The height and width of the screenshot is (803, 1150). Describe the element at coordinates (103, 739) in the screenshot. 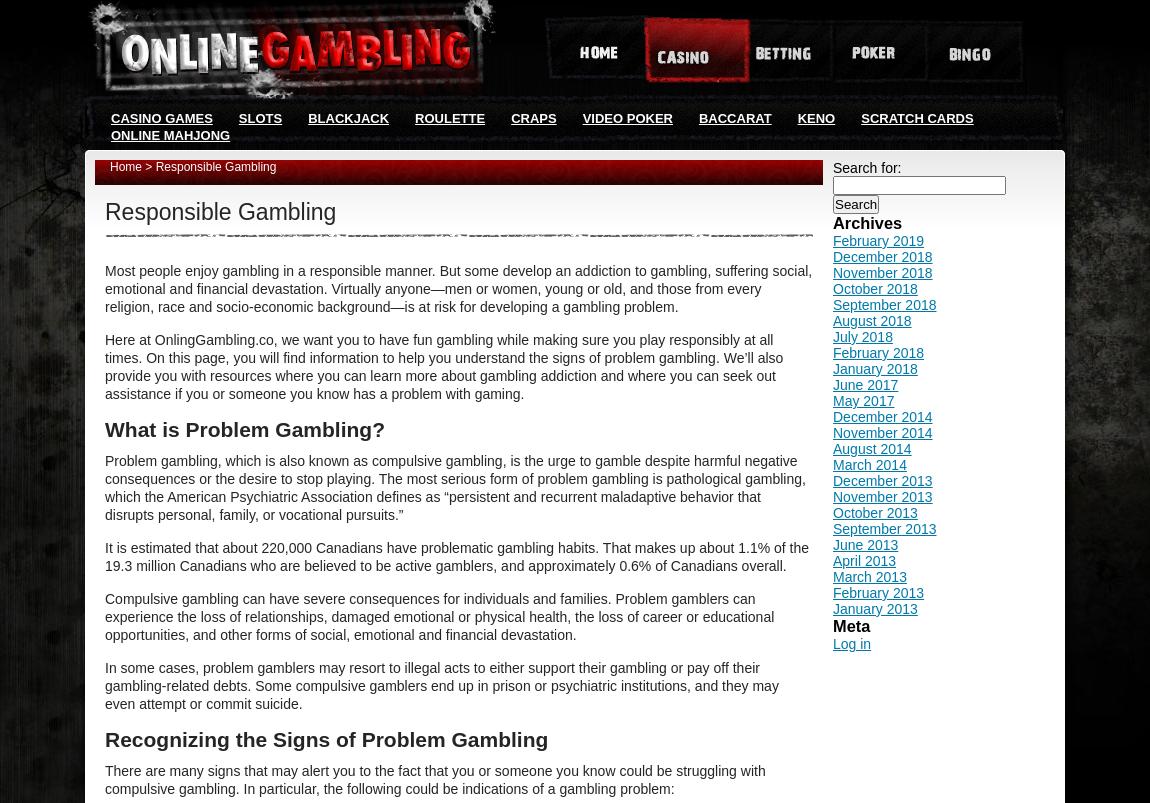

I see `'Recognizing the Signs of Problem Gambling'` at that location.